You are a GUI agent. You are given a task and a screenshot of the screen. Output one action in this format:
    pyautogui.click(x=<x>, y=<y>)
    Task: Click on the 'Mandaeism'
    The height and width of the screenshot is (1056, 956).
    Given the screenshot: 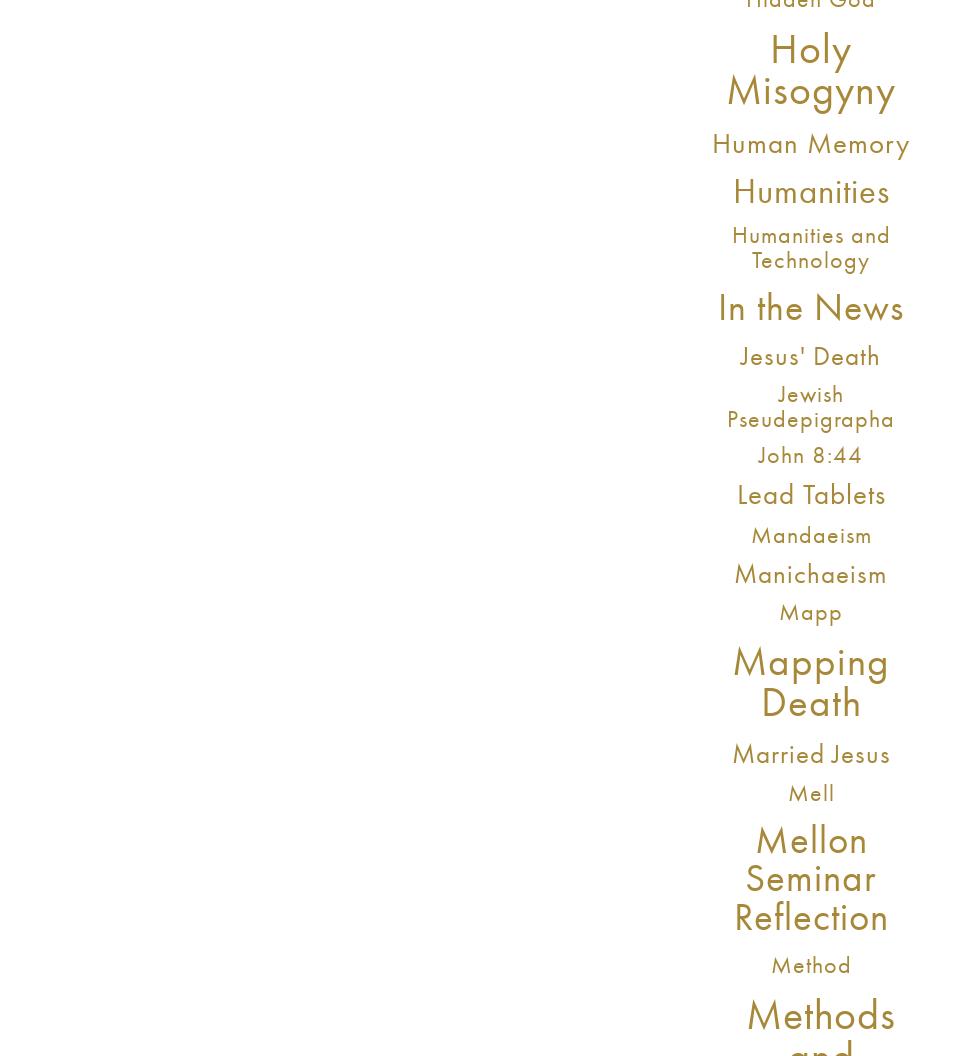 What is the action you would take?
    pyautogui.click(x=809, y=534)
    